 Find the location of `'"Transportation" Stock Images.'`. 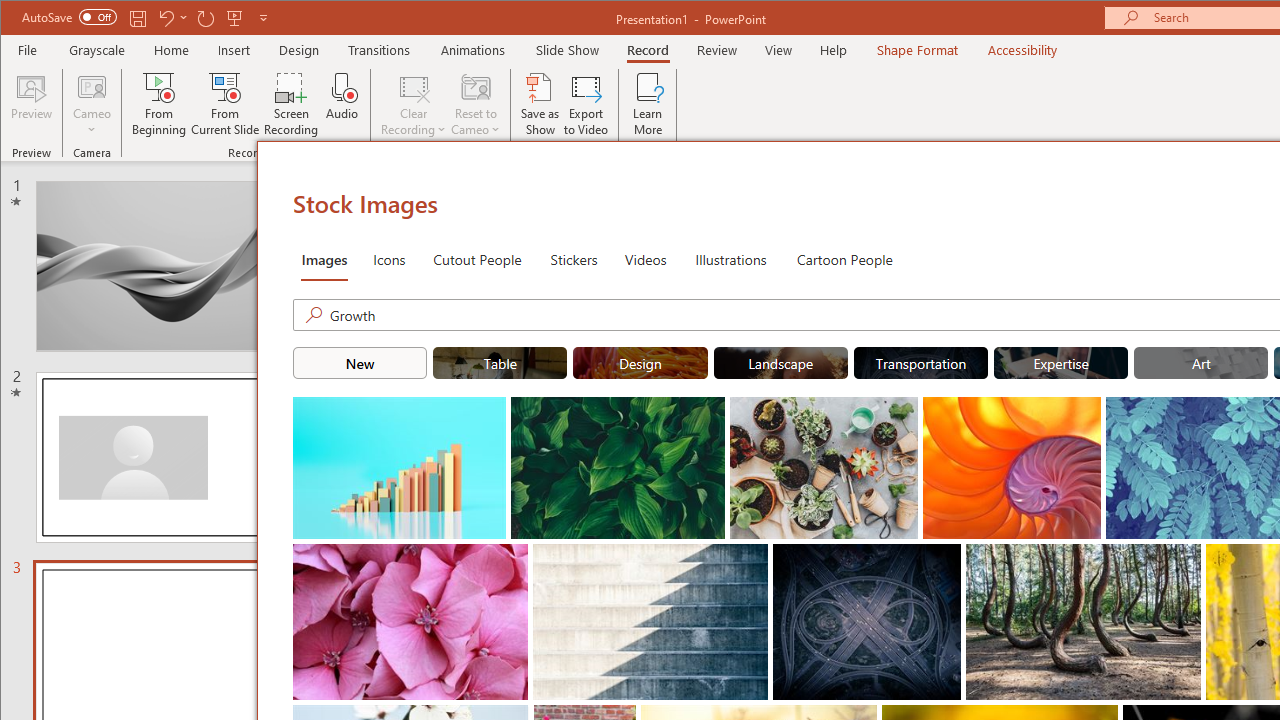

'"Transportation" Stock Images.' is located at coordinates (919, 362).